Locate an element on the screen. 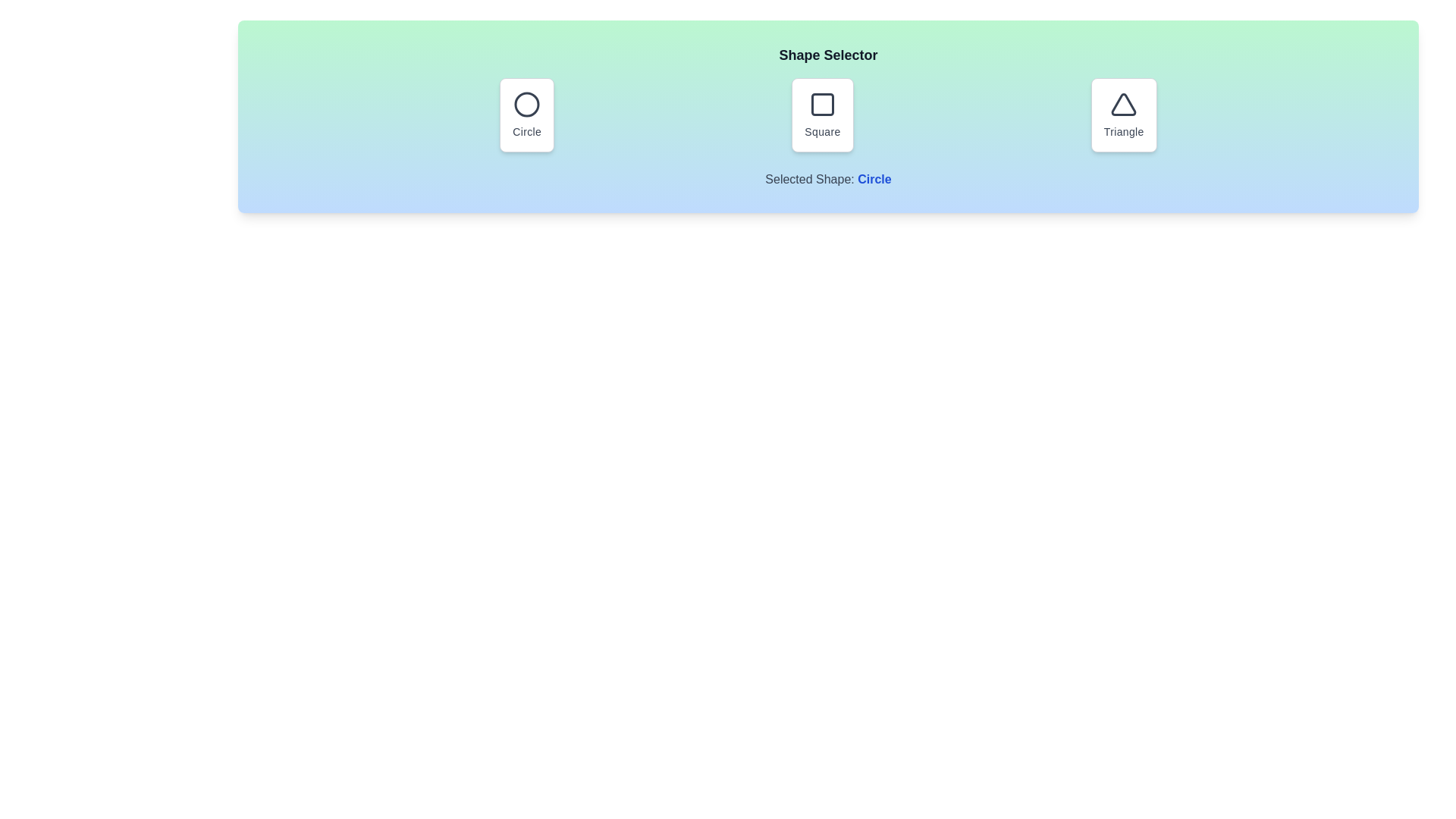  the shape triangle by clicking its corresponding button is located at coordinates (1124, 114).